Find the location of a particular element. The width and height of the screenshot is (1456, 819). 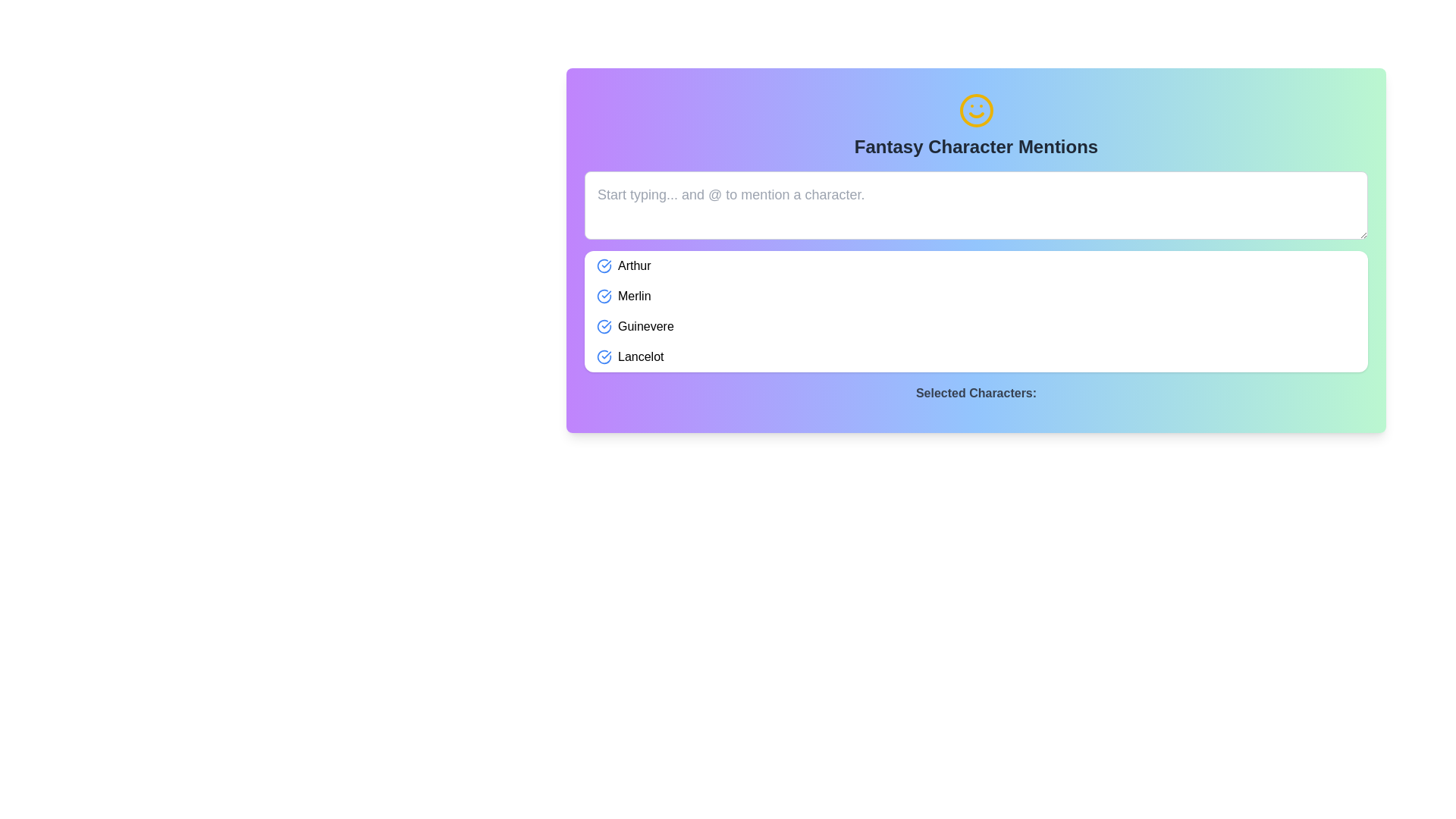

the yellow circular outline element of the smiling face icon located at the top center of the interface, above the title 'Fantasy Character Mentions.' is located at coordinates (976, 110).